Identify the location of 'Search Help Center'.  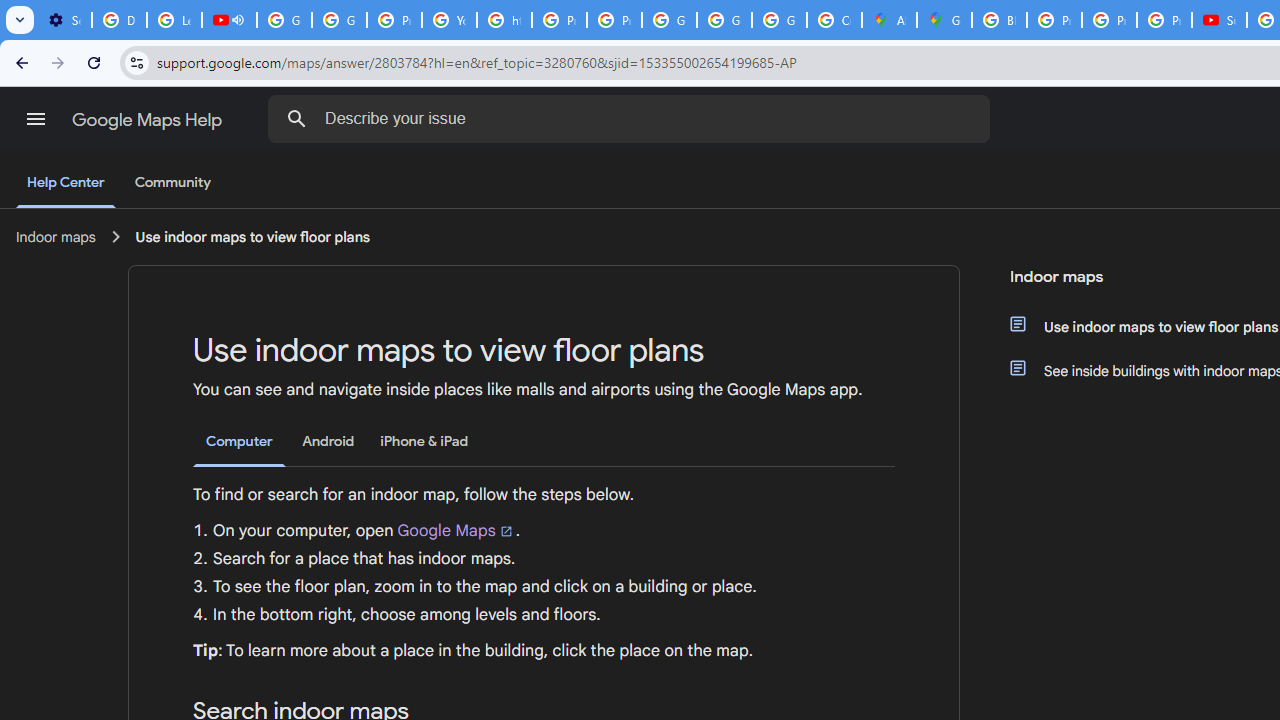
(296, 118).